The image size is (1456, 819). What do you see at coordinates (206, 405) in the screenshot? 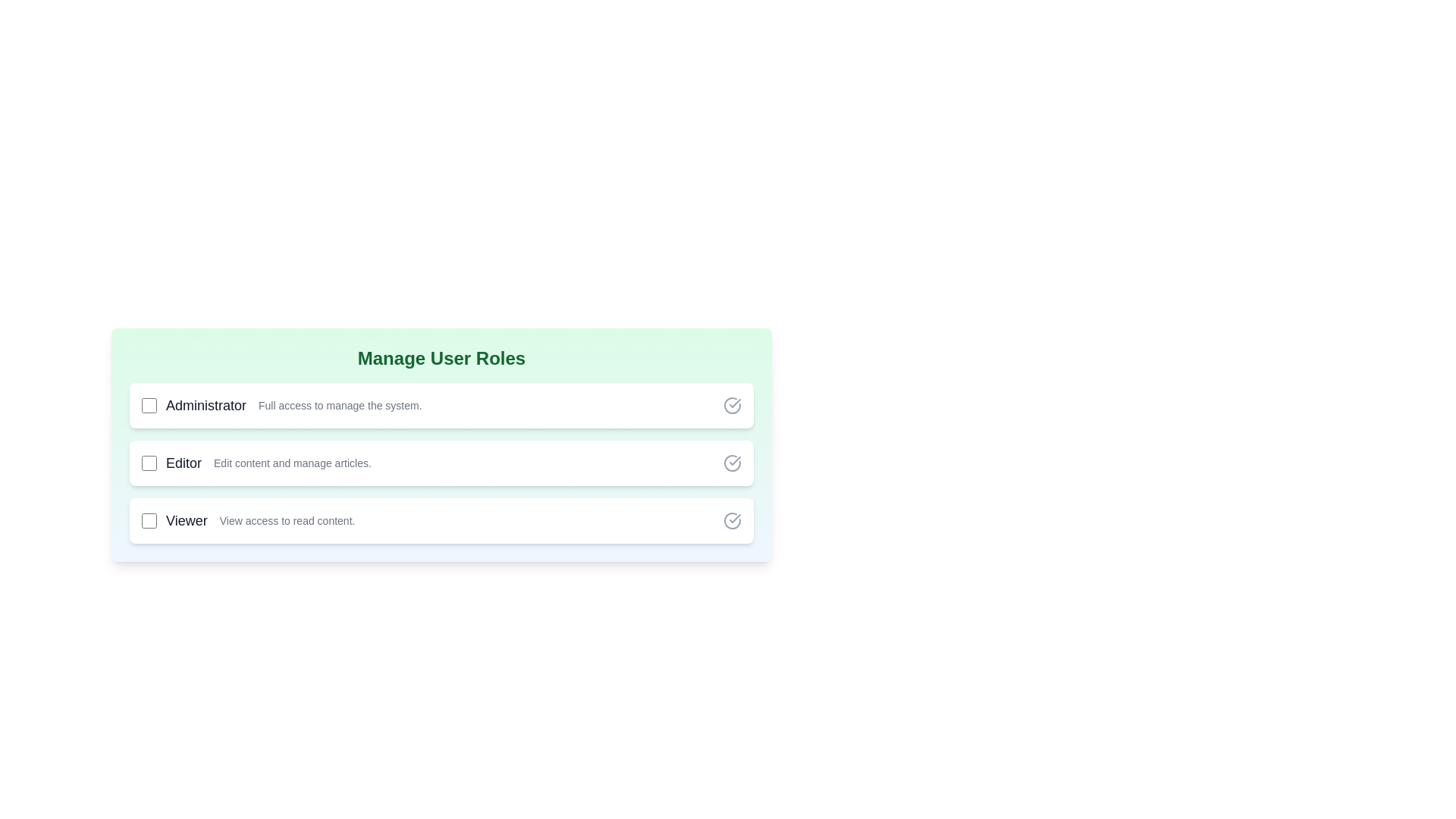
I see `the text of the role Administrator to highlight it` at bounding box center [206, 405].